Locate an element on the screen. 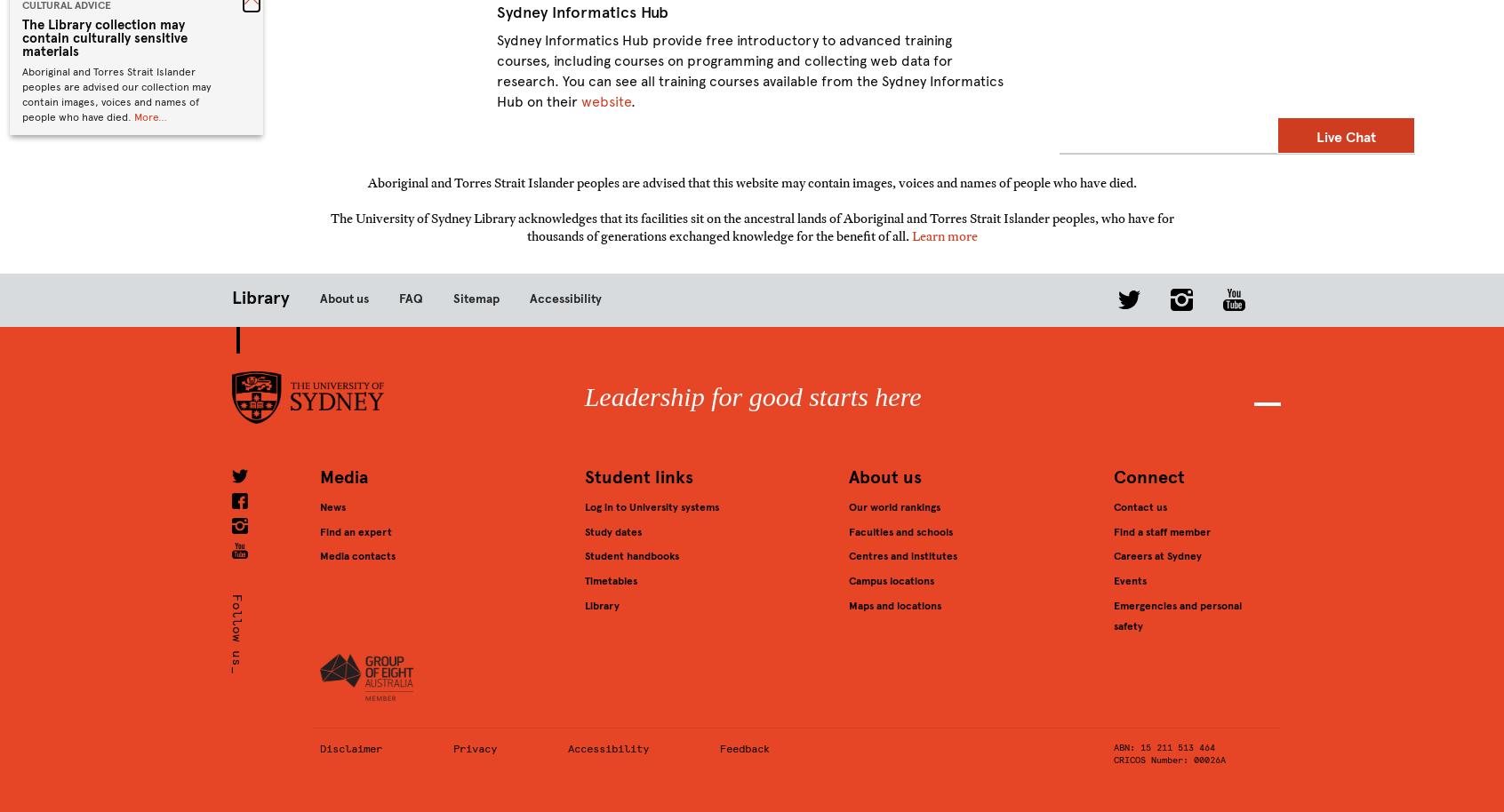 The image size is (1504, 812). 'Our world rankings' is located at coordinates (893, 506).